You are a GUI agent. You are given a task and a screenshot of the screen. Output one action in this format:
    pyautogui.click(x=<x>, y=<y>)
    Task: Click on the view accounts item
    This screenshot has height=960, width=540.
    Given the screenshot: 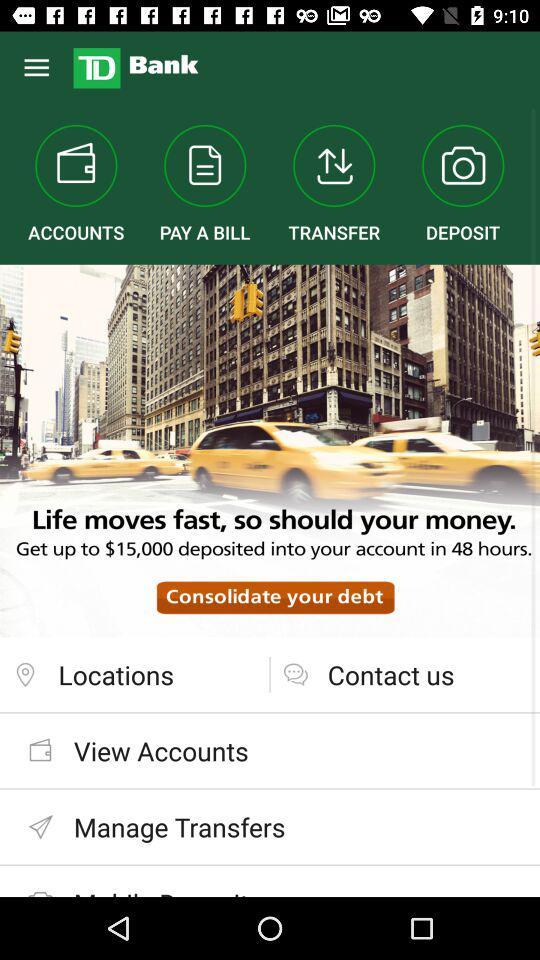 What is the action you would take?
    pyautogui.click(x=270, y=749)
    